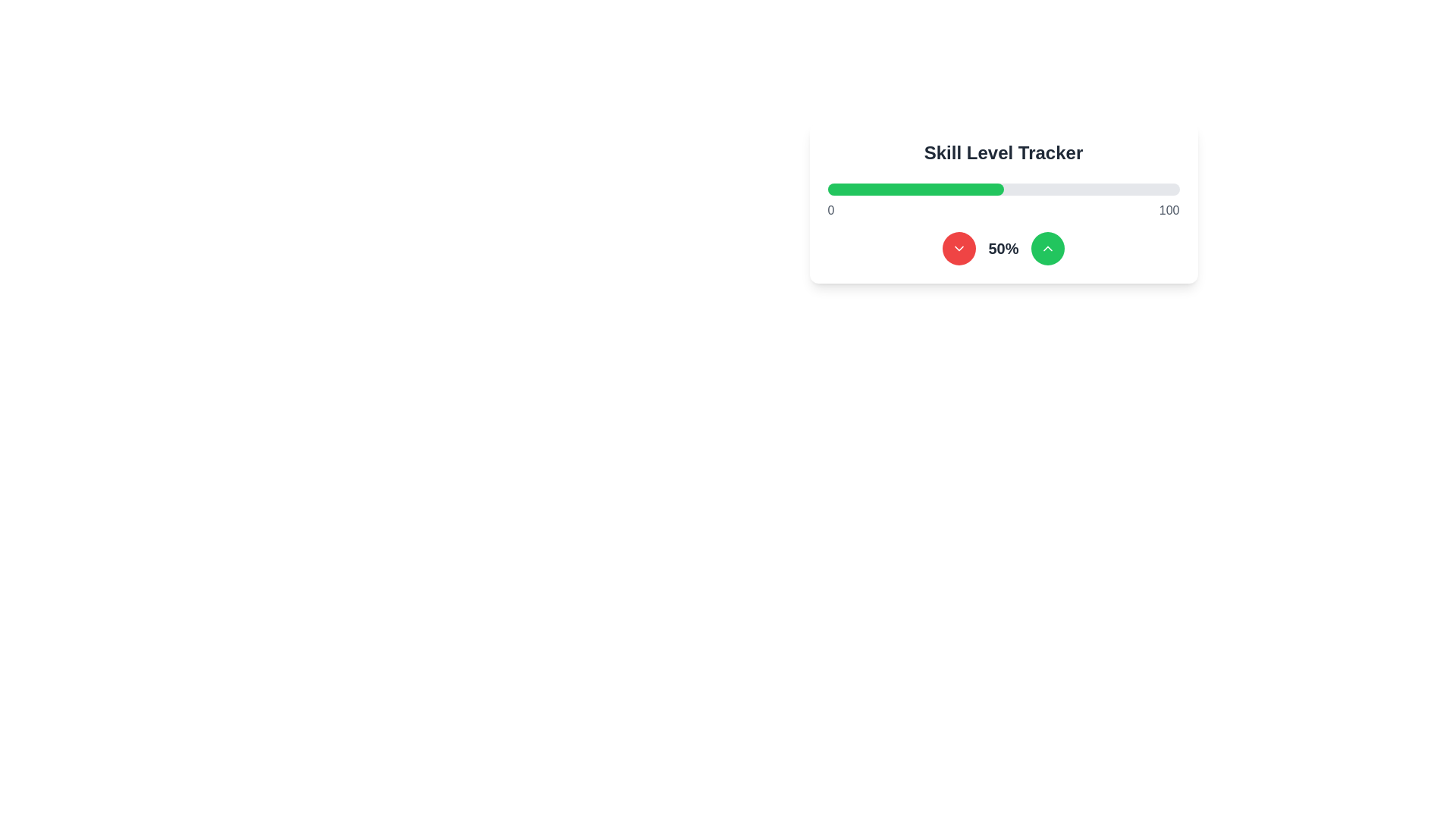 This screenshot has width=1456, height=819. Describe the element at coordinates (959, 247) in the screenshot. I see `the leftmost button that decreases a value, indicated by a downward chevron icon` at that location.